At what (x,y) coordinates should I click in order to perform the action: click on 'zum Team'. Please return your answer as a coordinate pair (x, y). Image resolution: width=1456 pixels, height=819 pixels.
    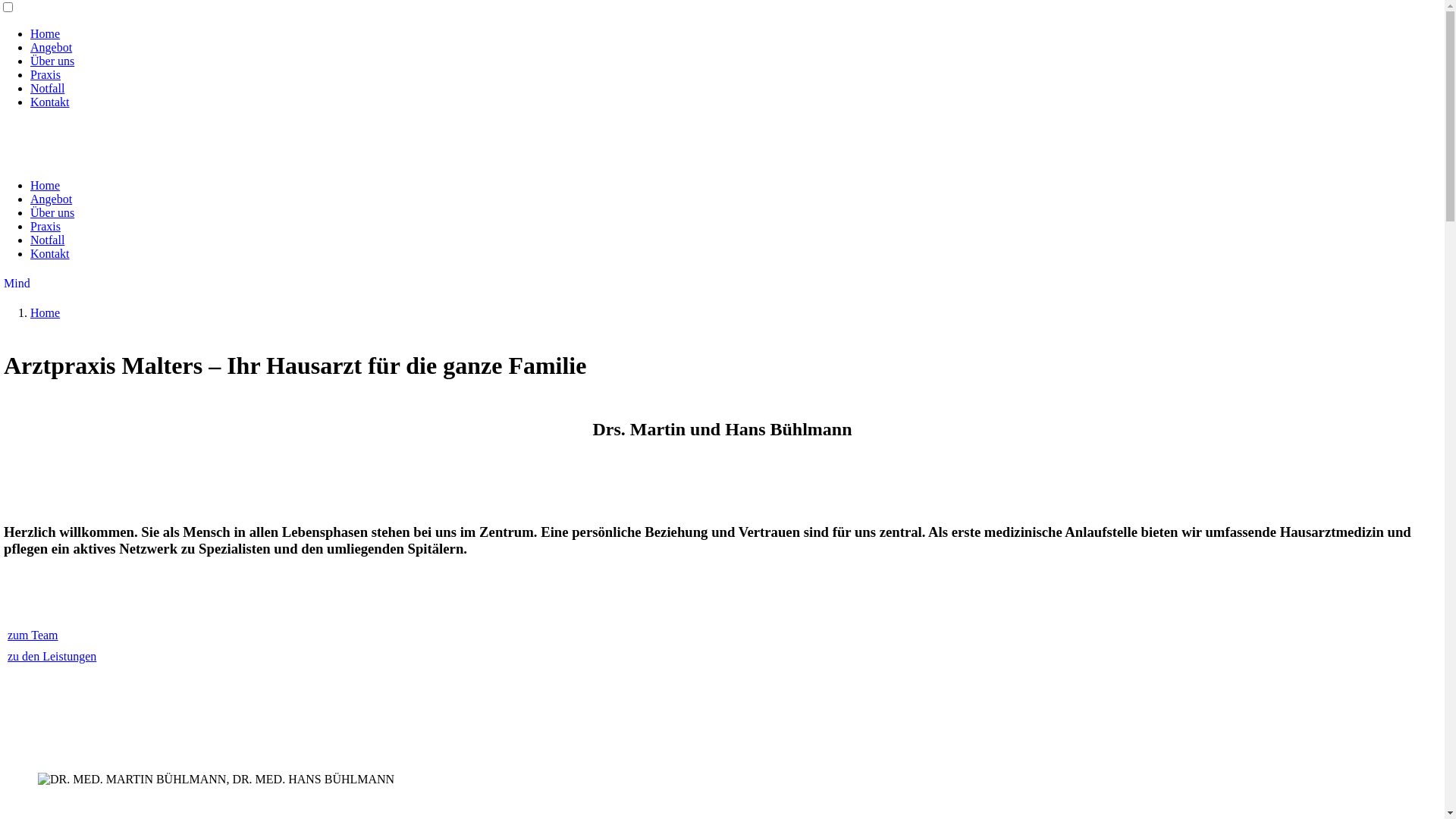
    Looking at the image, I should click on (33, 635).